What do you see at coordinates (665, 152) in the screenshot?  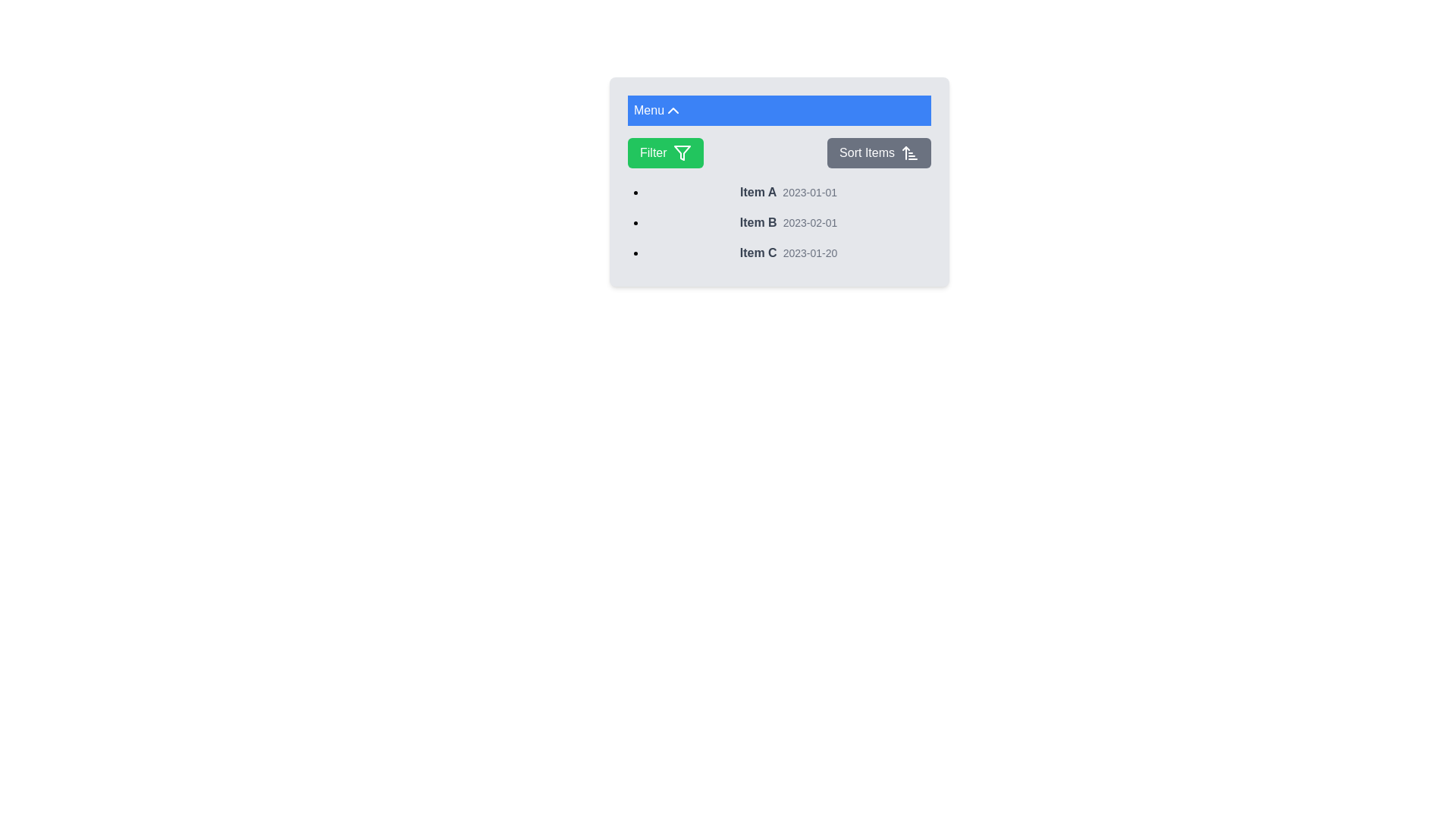 I see `Filter button to apply filters to the items` at bounding box center [665, 152].